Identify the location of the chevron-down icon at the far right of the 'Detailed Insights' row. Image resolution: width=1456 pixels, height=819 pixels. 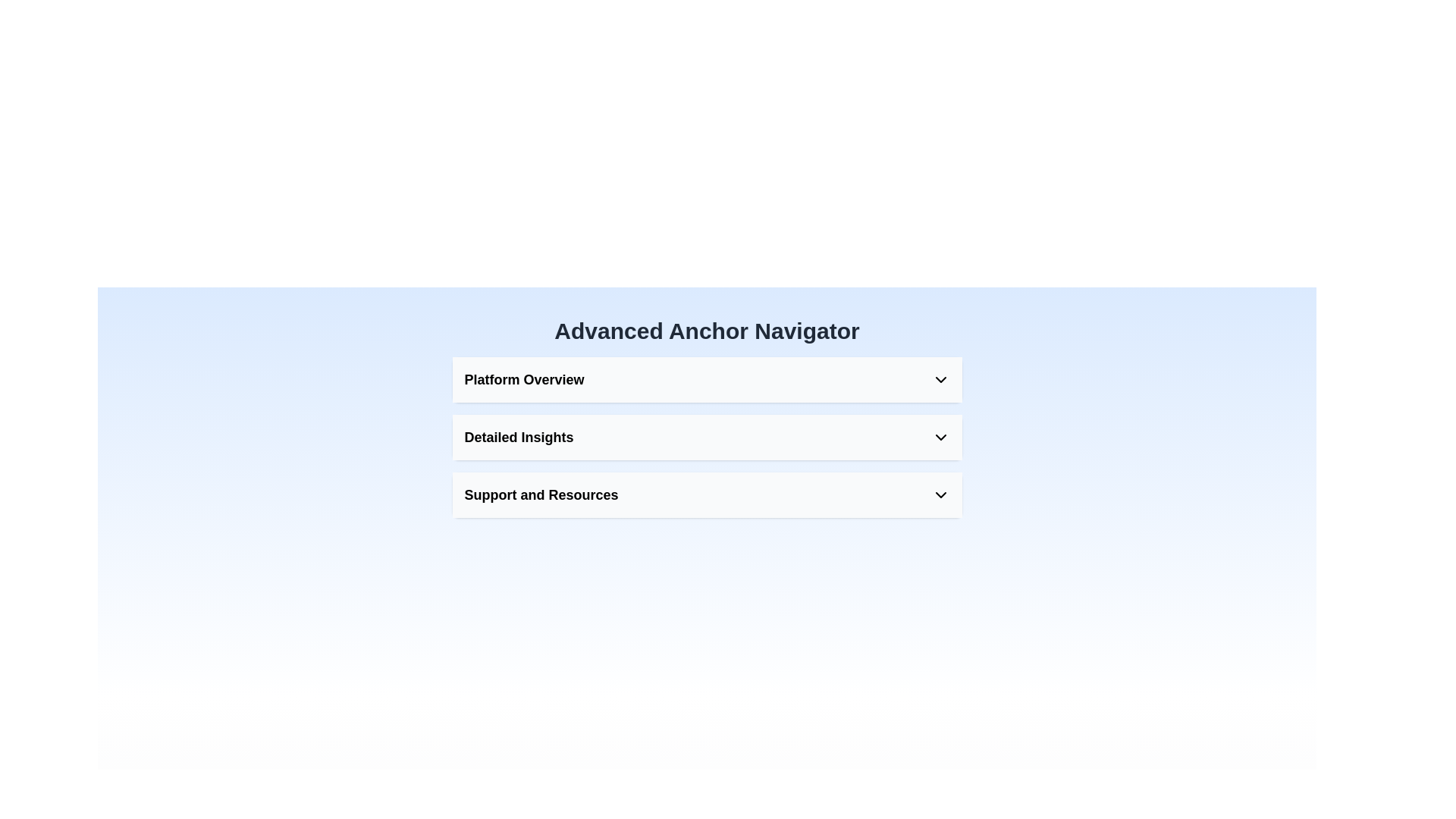
(940, 438).